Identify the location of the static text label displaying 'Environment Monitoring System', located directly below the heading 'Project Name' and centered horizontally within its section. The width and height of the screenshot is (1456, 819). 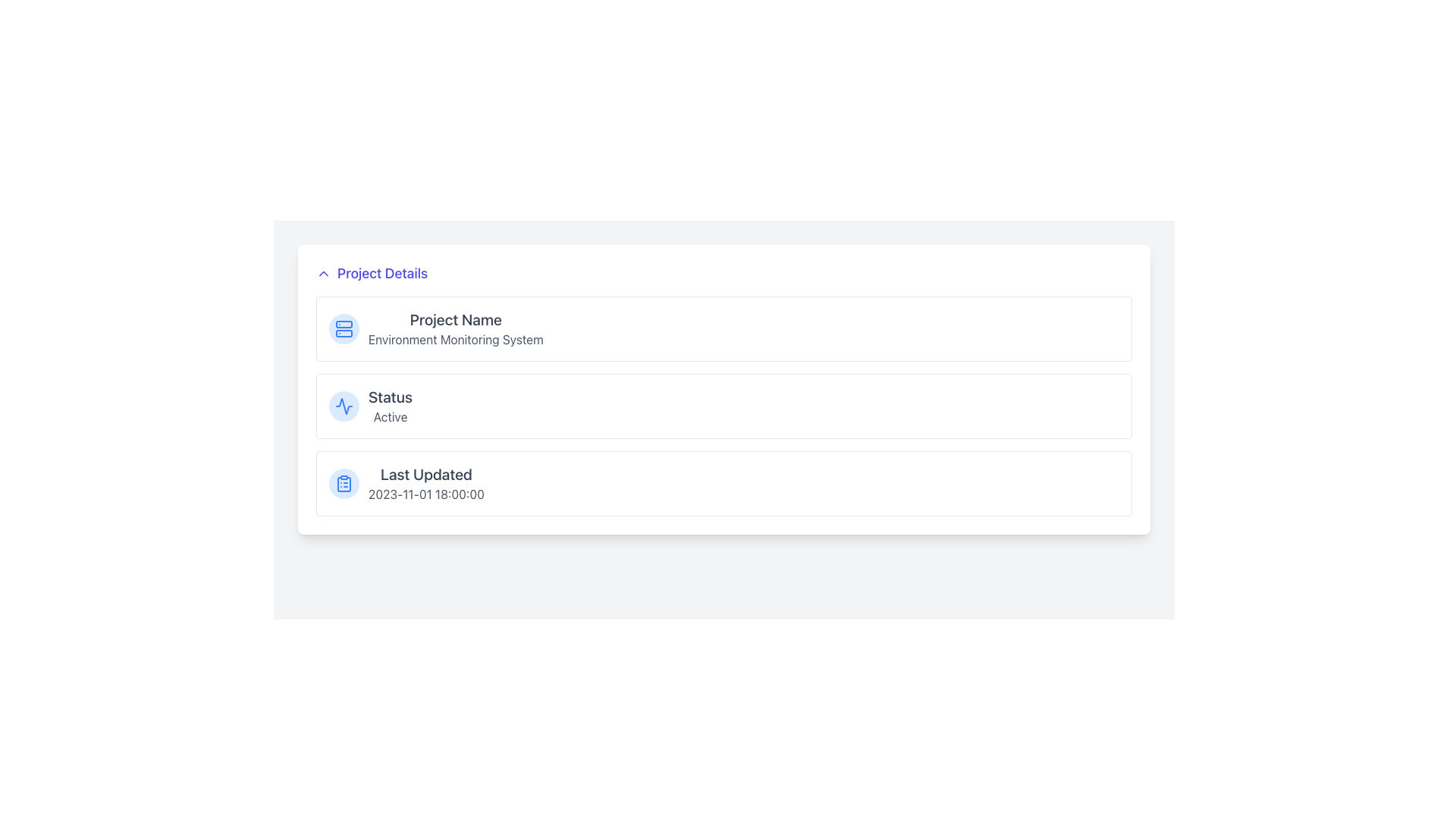
(455, 338).